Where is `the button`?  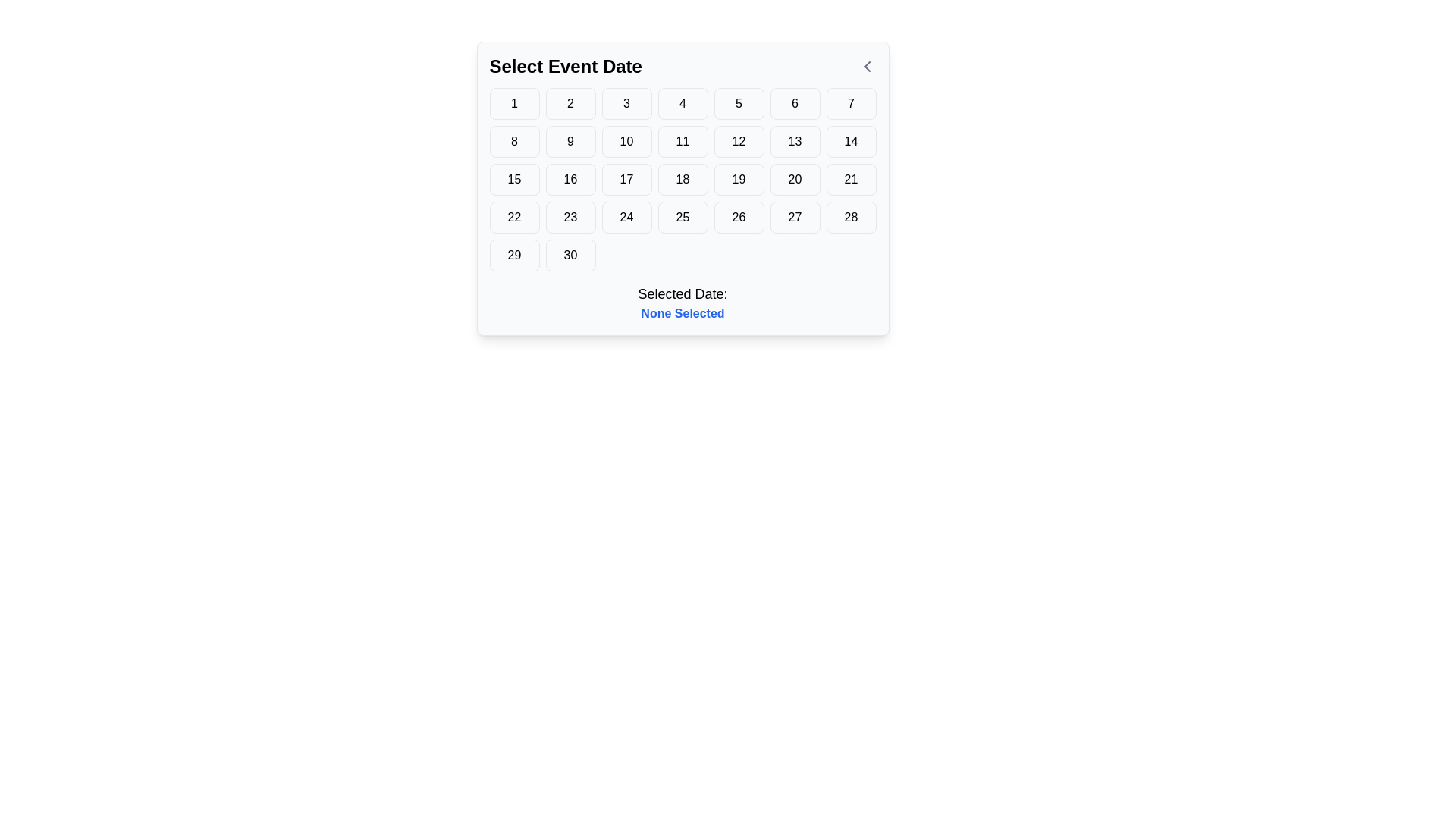 the button is located at coordinates (514, 103).